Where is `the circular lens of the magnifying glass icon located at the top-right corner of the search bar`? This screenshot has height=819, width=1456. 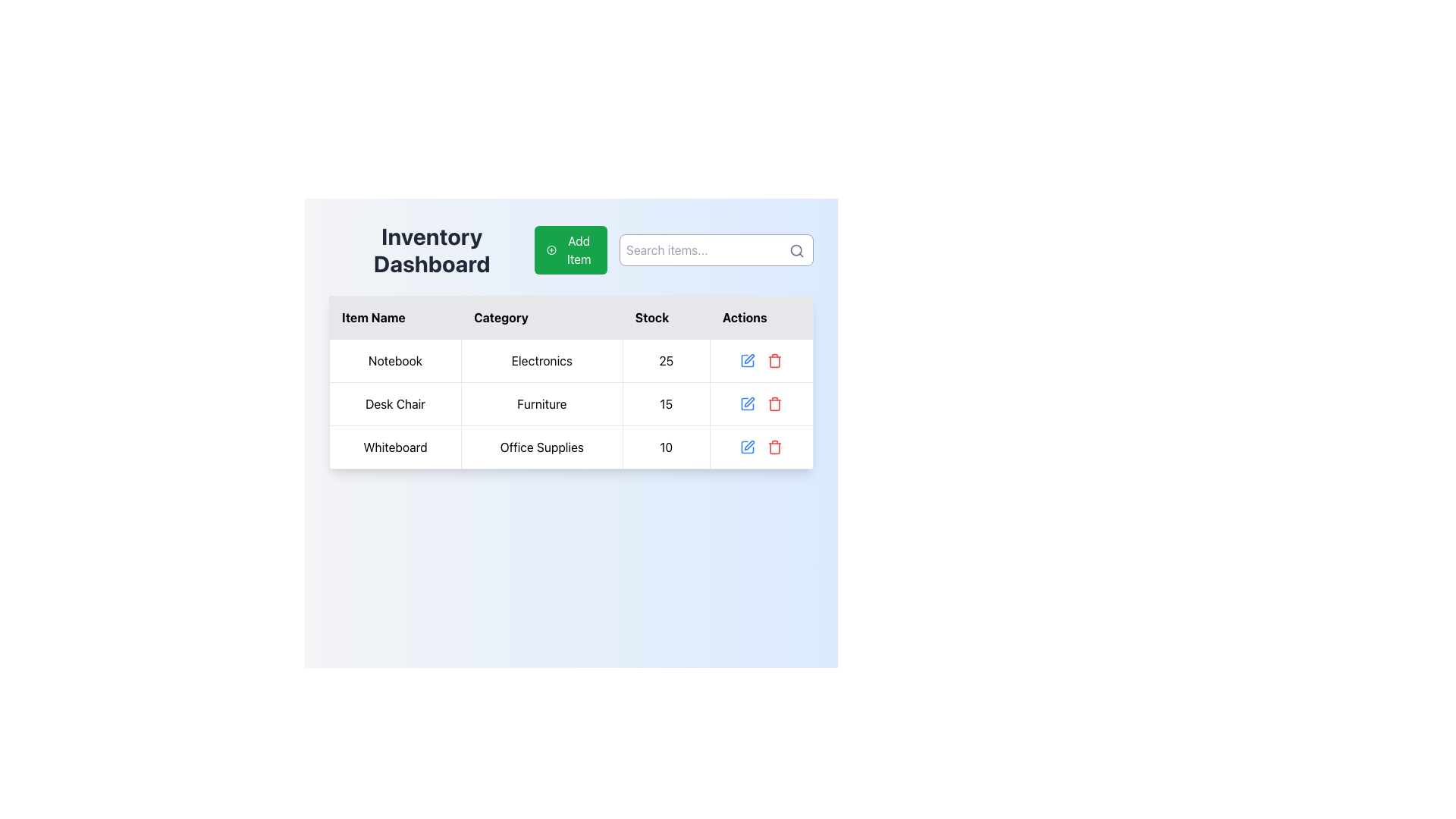
the circular lens of the magnifying glass icon located at the top-right corner of the search bar is located at coordinates (795, 249).